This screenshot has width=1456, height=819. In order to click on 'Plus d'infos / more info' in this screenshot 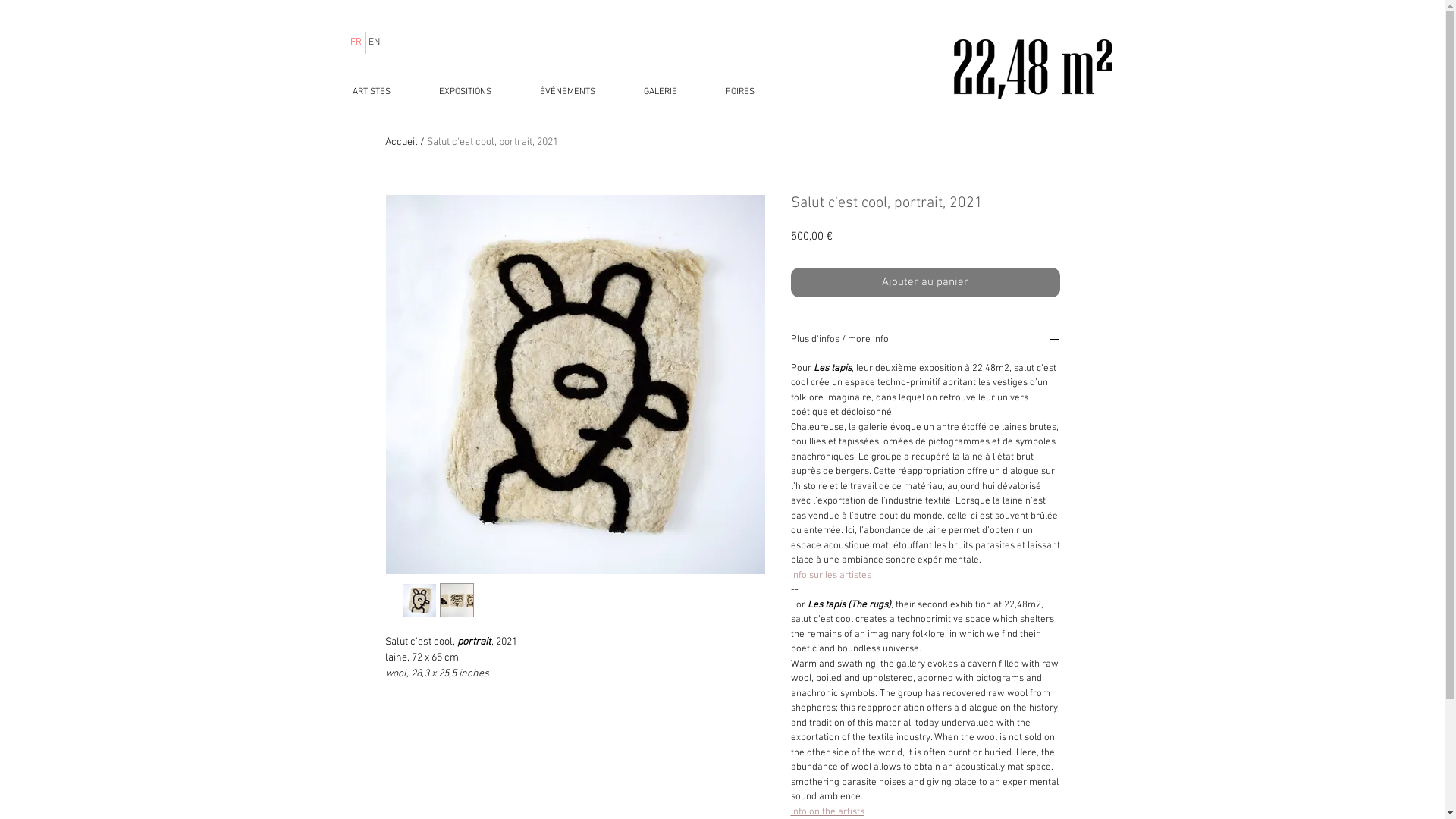, I will do `click(924, 341)`.